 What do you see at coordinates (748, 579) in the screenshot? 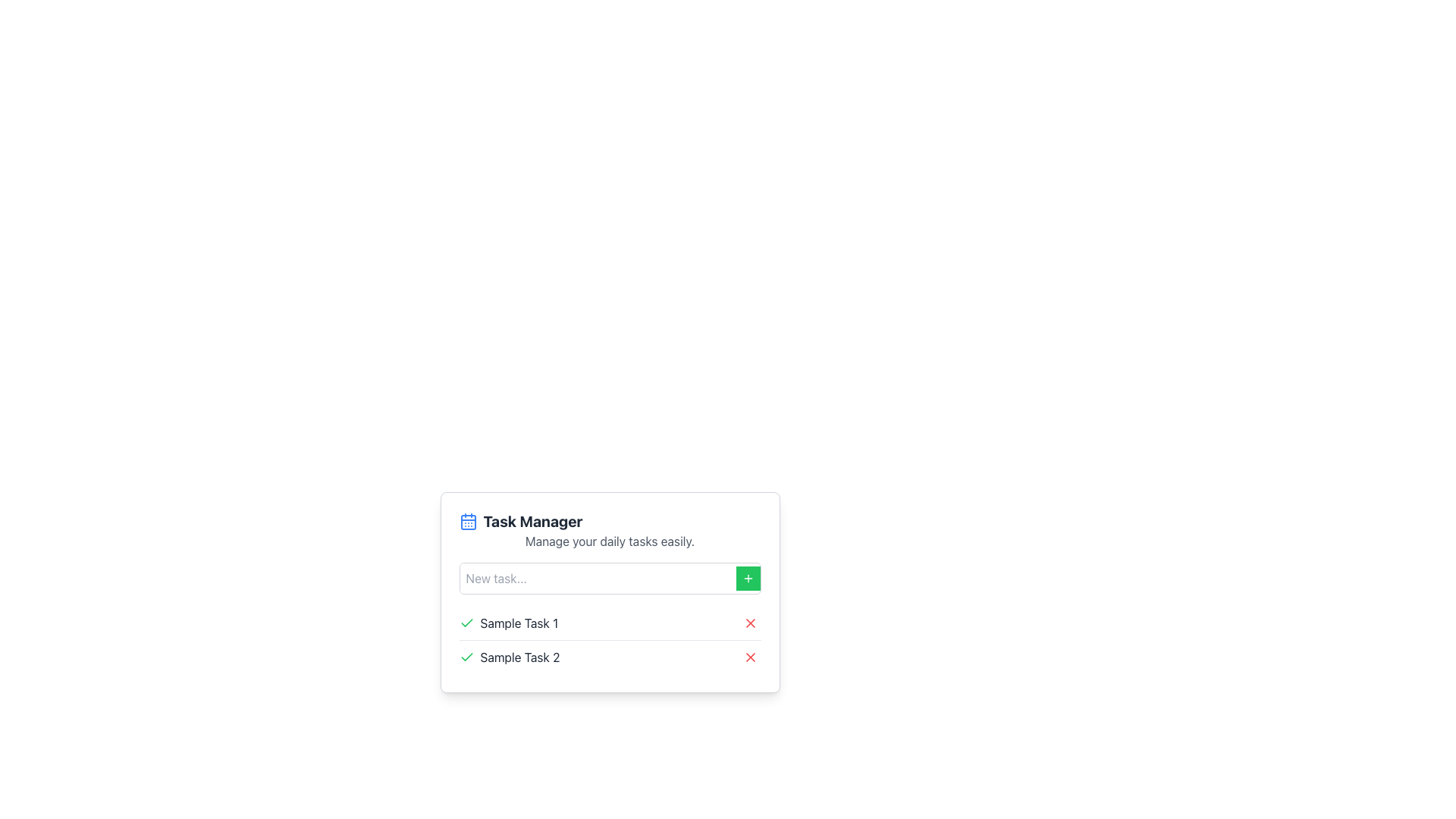
I see `the add task icon located at the center of the green button to the right of the 'New Task...' input box in the task manager interface for tooltip or visual feedback` at bounding box center [748, 579].